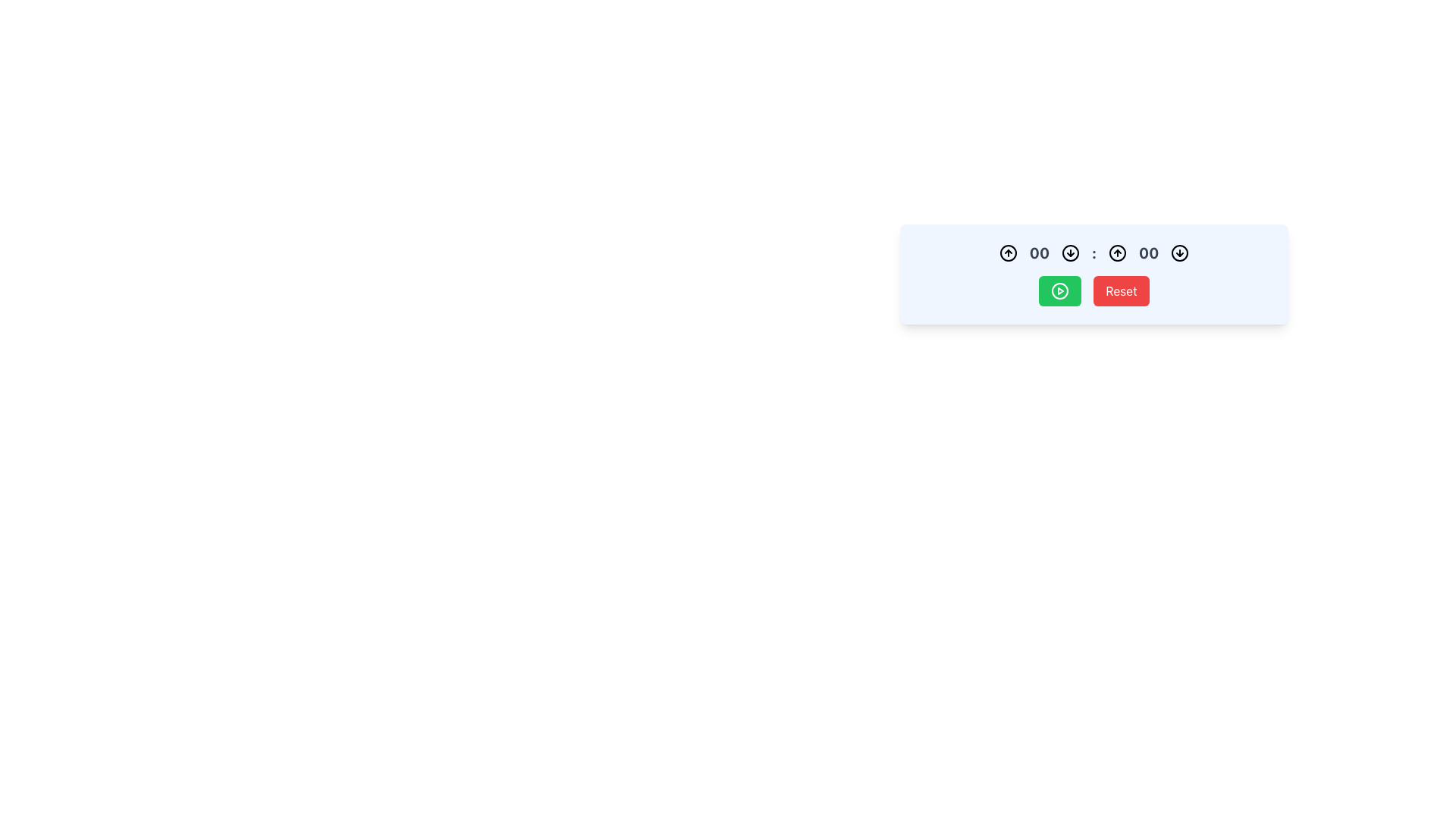 Image resolution: width=1456 pixels, height=819 pixels. Describe the element at coordinates (1008, 253) in the screenshot. I see `the circular button with an upward arrow in the left time-setter section of the time control interface` at that location.